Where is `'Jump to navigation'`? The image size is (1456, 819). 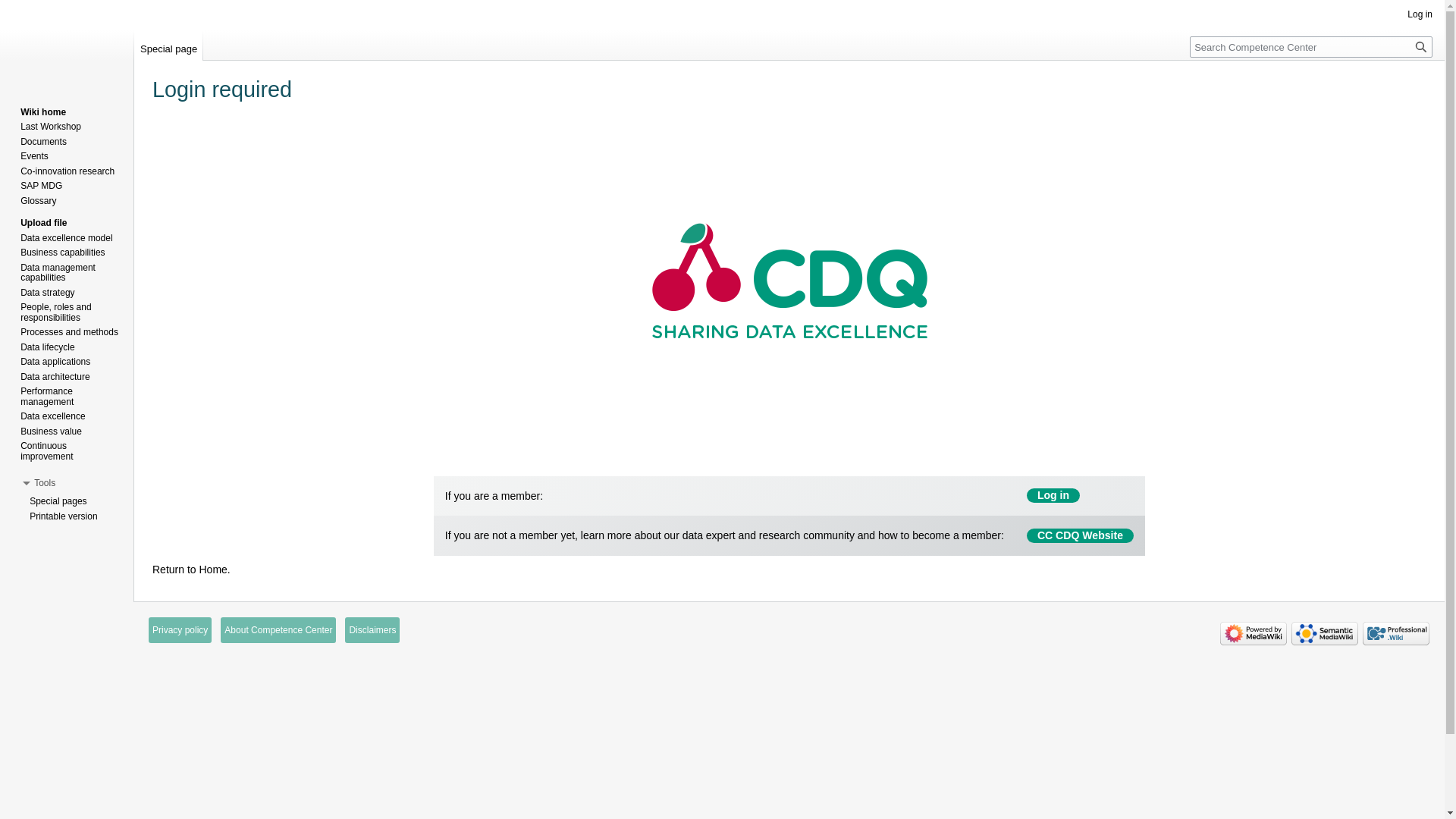
'Jump to navigation' is located at coordinates (152, 127).